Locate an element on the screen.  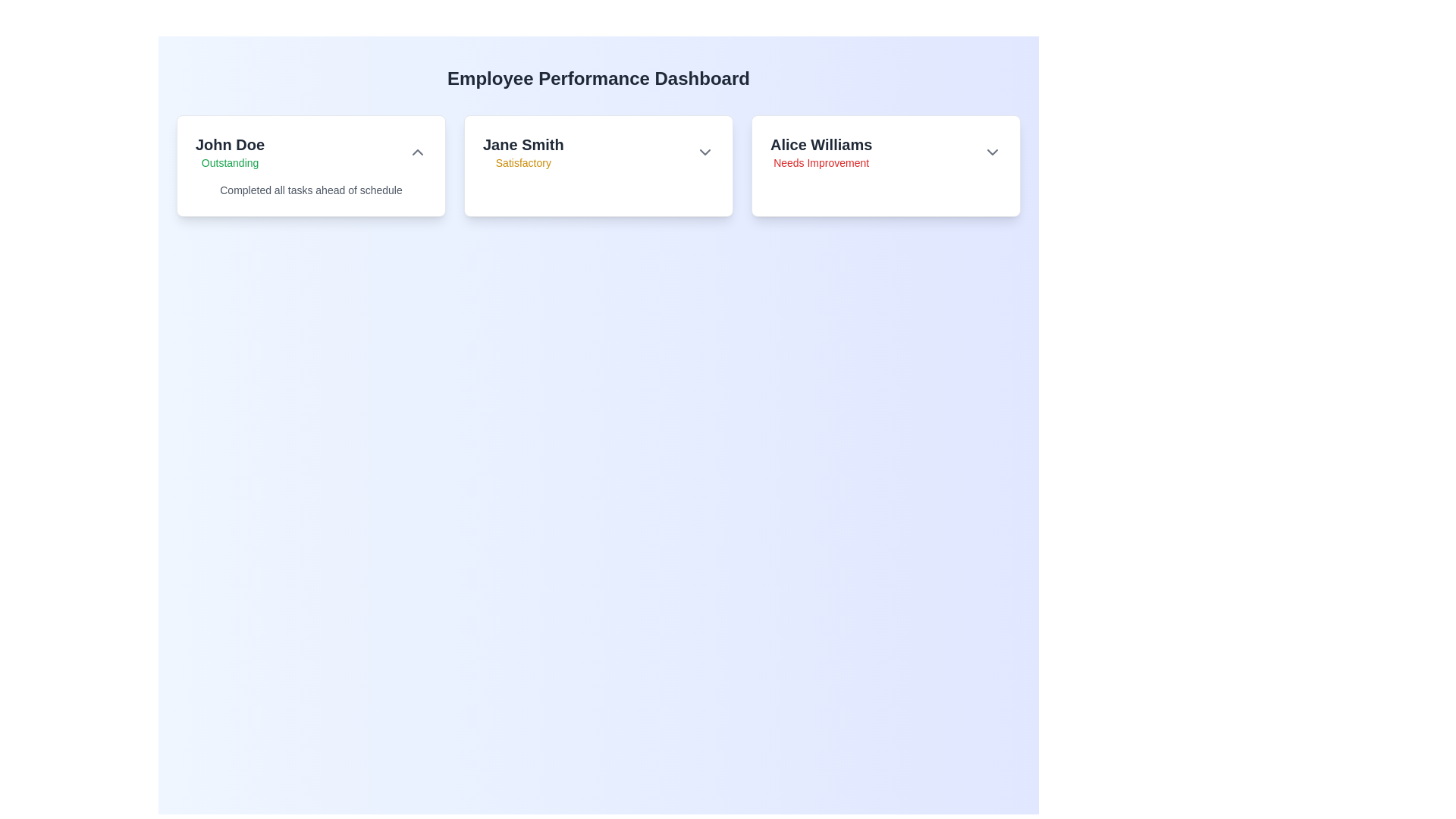
the Text Display element that shows 'Alice Williams' with the performance status 'Needs Improvement' located in the third card of the horizontally arranged set is located at coordinates (821, 152).